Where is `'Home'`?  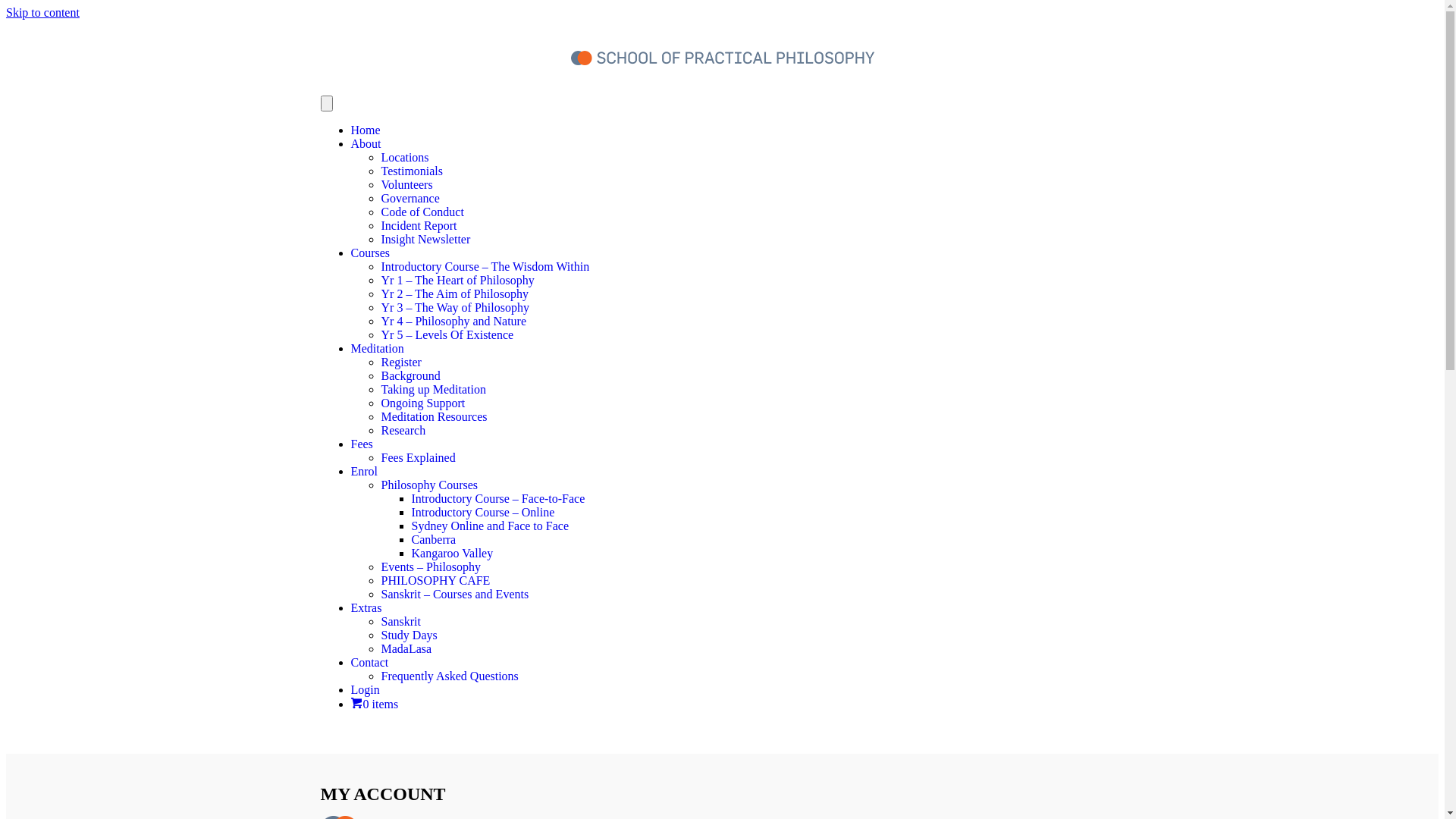 'Home' is located at coordinates (365, 129).